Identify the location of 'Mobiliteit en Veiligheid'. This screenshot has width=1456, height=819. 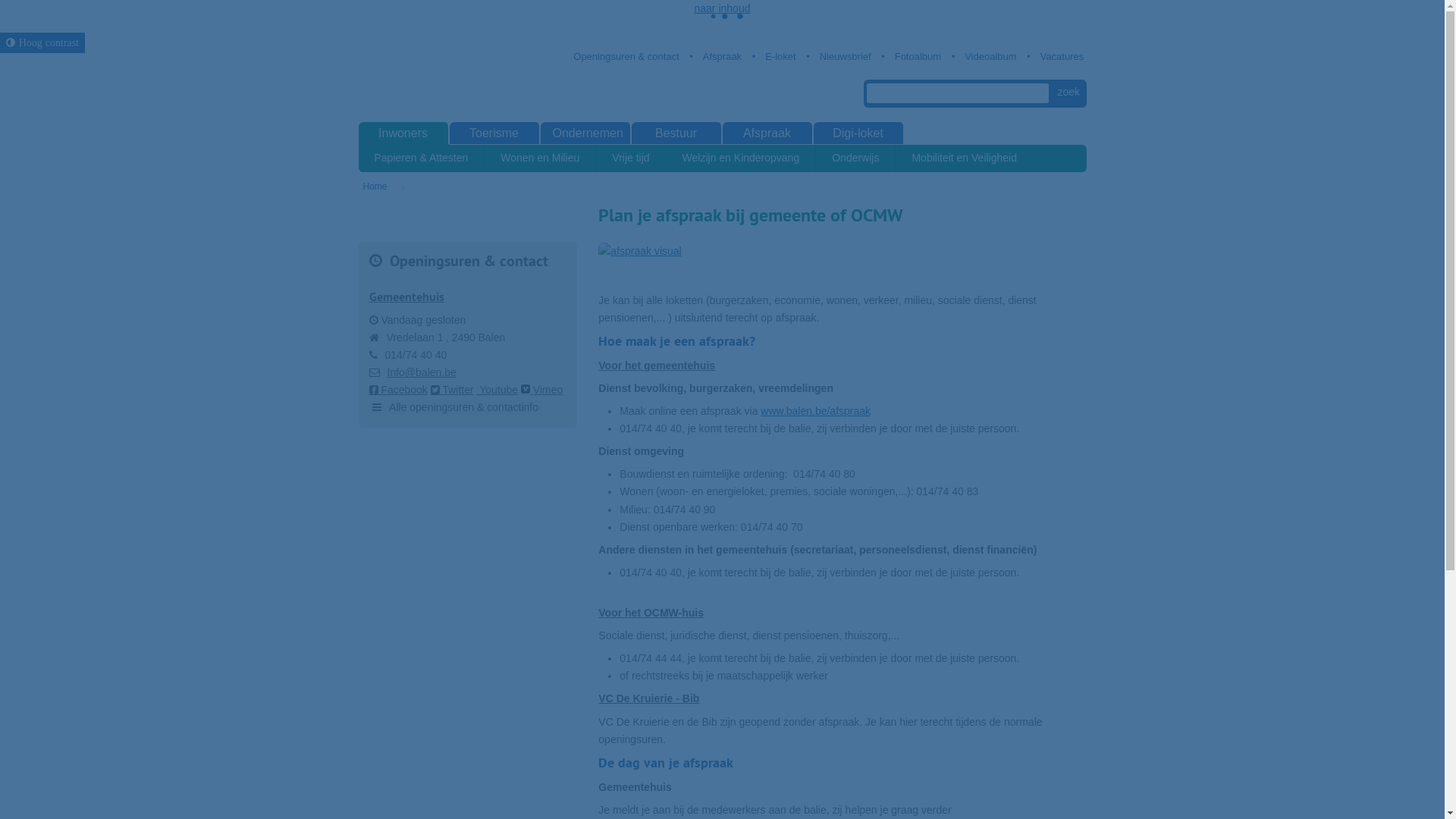
(895, 158).